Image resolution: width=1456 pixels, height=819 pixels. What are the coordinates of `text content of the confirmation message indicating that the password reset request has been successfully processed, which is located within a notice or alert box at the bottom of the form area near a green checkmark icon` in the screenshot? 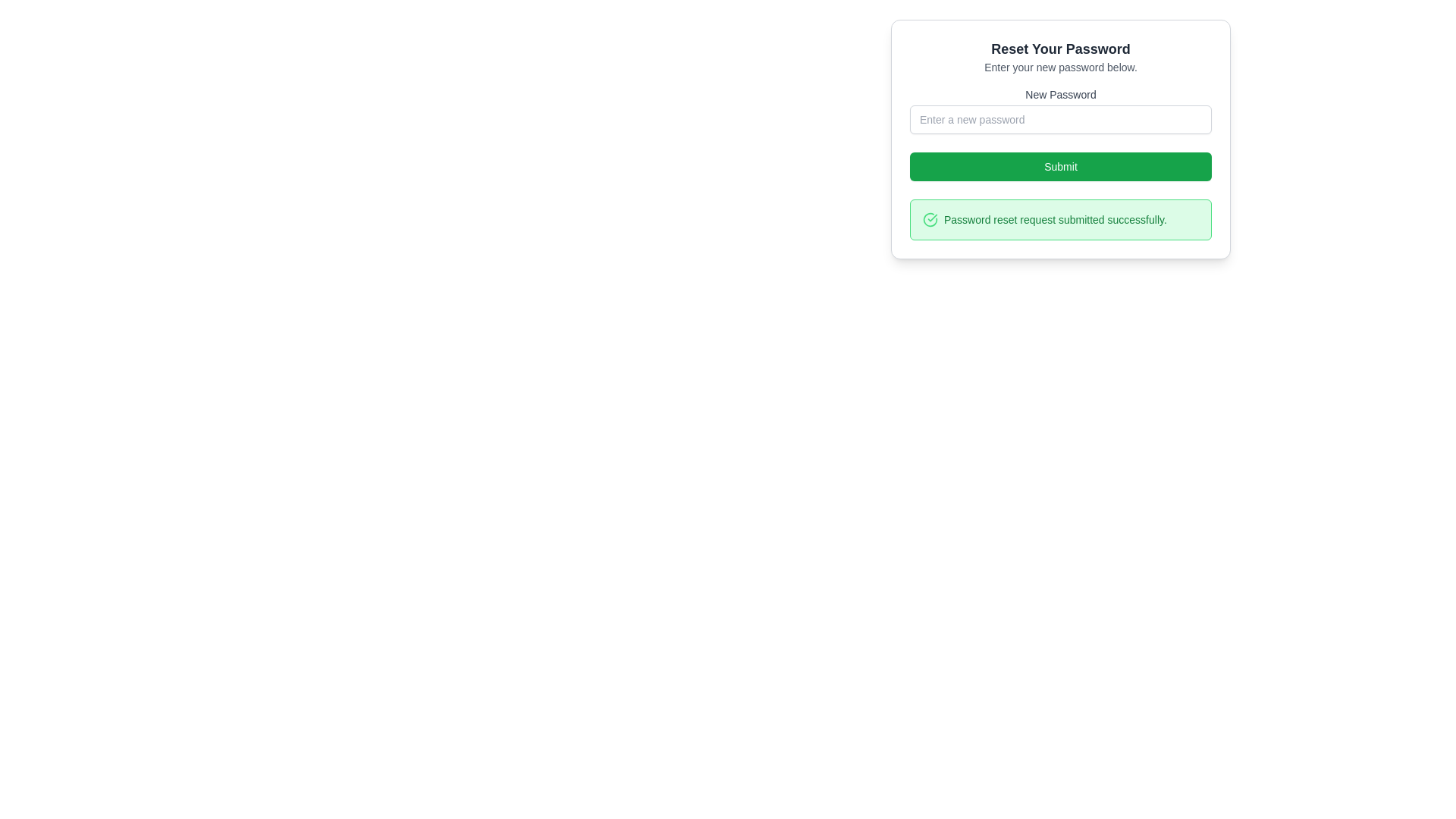 It's located at (1059, 219).